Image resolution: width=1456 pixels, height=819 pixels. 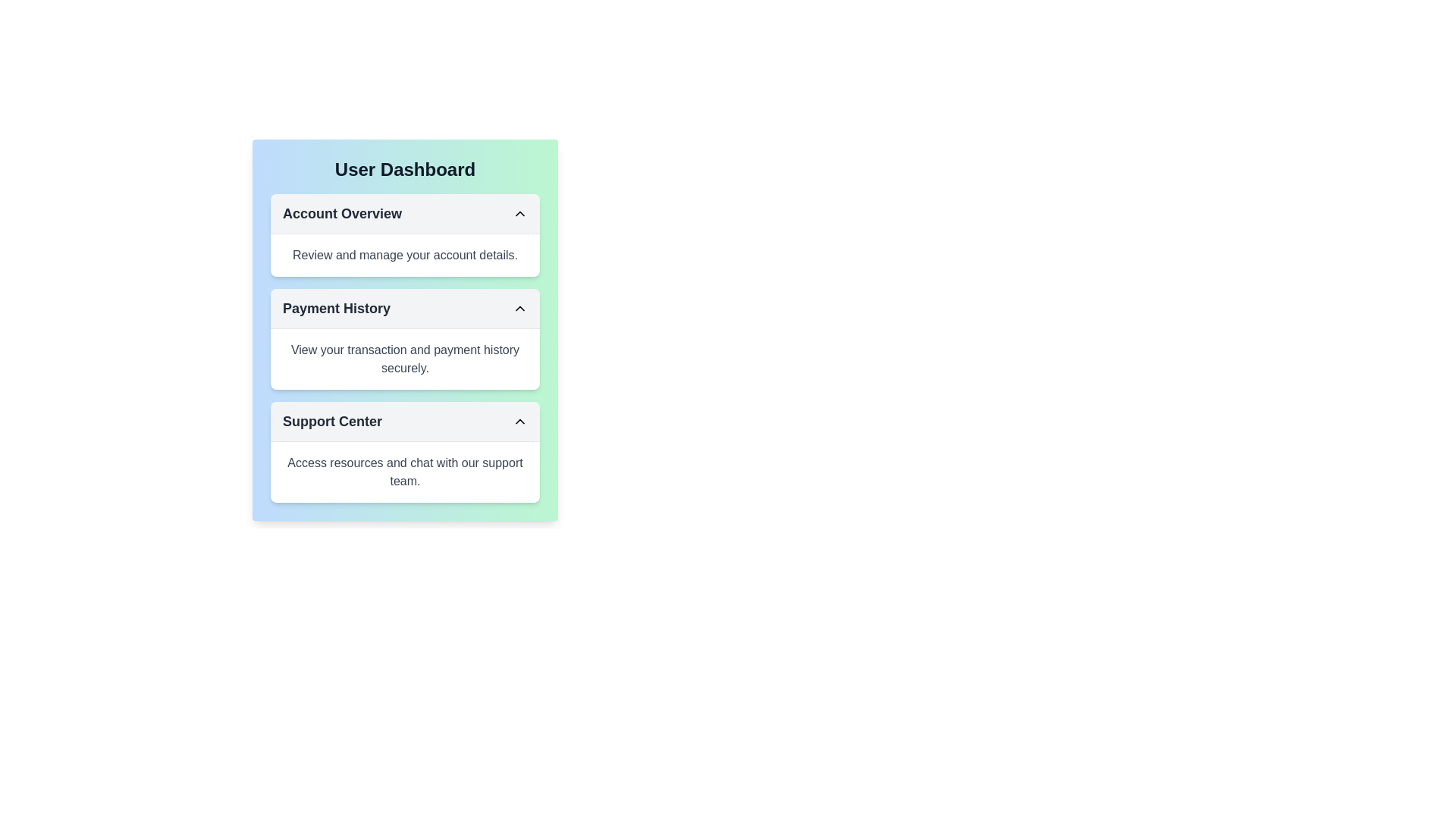 What do you see at coordinates (405, 472) in the screenshot?
I see `the informational text element in the 'Support Center' section of the User Dashboard, which provides guidance about the services offered` at bounding box center [405, 472].